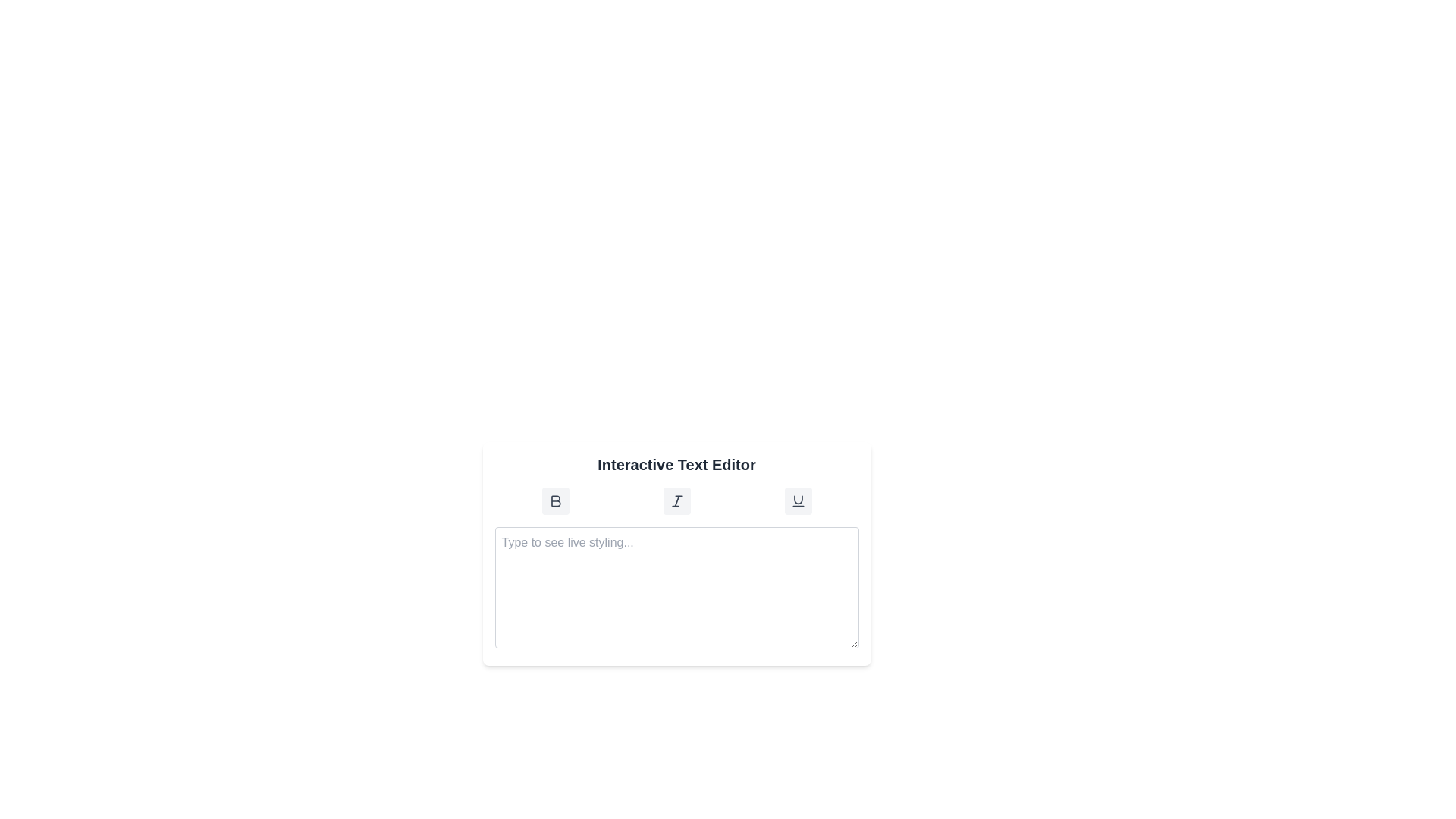 This screenshot has width=1456, height=819. Describe the element at coordinates (797, 500) in the screenshot. I see `the third button with a light gray background and an underline format icon to apply underline styling in the interactive text editor interface` at that location.